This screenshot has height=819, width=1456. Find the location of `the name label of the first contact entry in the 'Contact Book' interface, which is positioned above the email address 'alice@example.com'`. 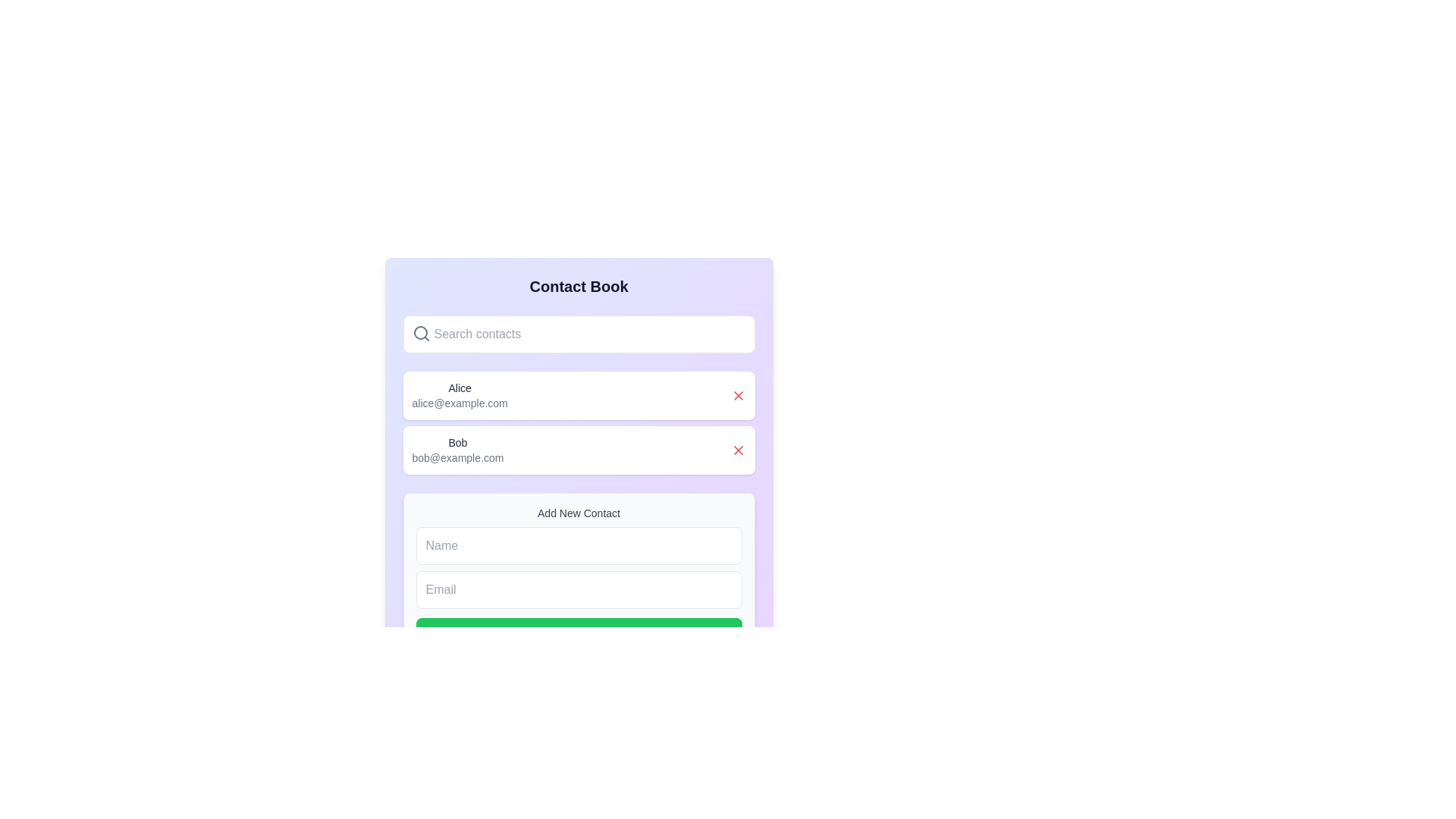

the name label of the first contact entry in the 'Contact Book' interface, which is positioned above the email address 'alice@example.com' is located at coordinates (459, 388).